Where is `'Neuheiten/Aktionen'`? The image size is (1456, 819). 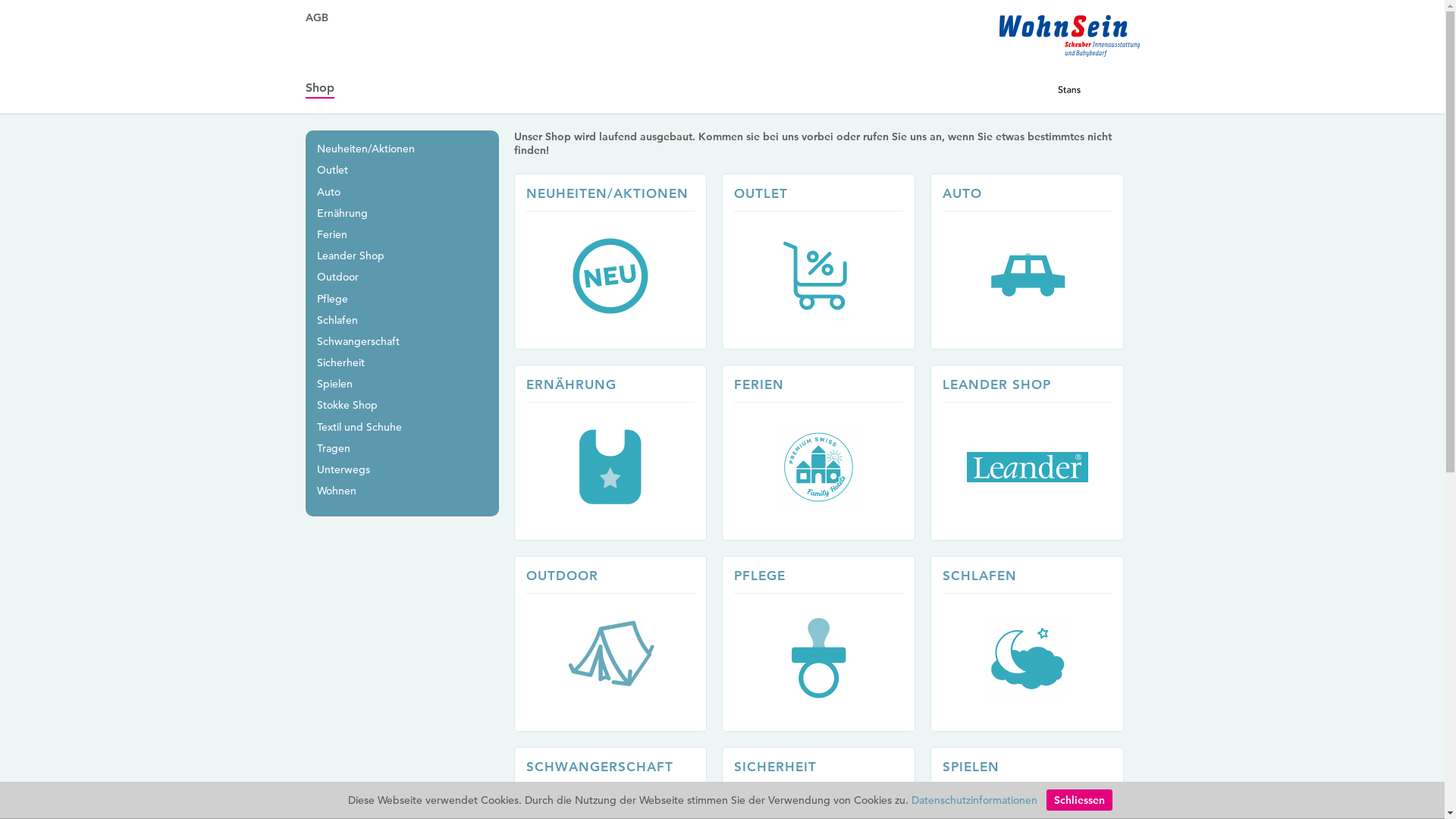 'Neuheiten/Aktionen' is located at coordinates (366, 149).